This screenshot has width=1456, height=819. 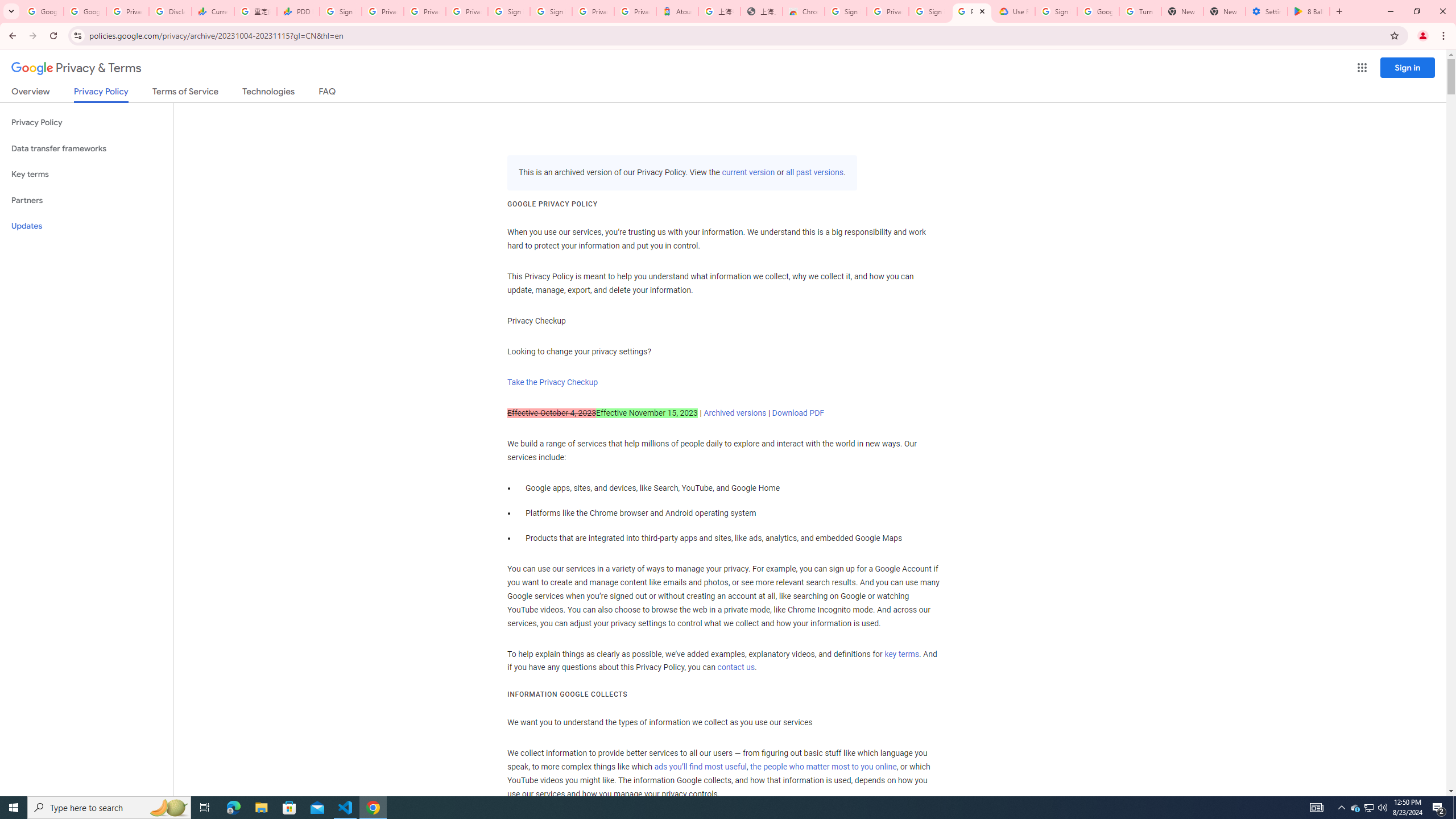 What do you see at coordinates (823, 766) in the screenshot?
I see `'the people who matter most to you online'` at bounding box center [823, 766].